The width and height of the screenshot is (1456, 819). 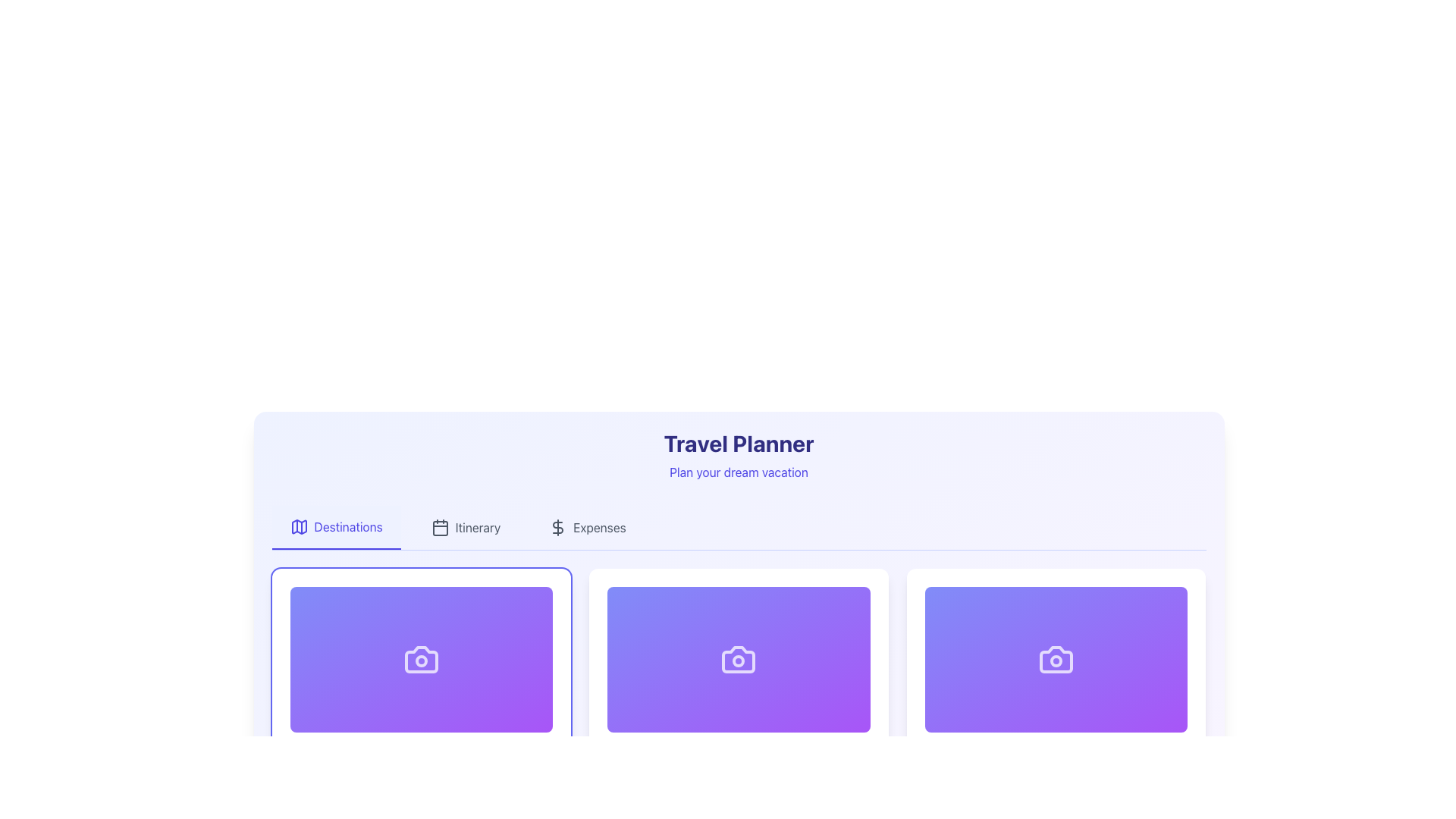 What do you see at coordinates (739, 659) in the screenshot?
I see `the camera icon in the second card from the left under the 'Travel Planner' title` at bounding box center [739, 659].